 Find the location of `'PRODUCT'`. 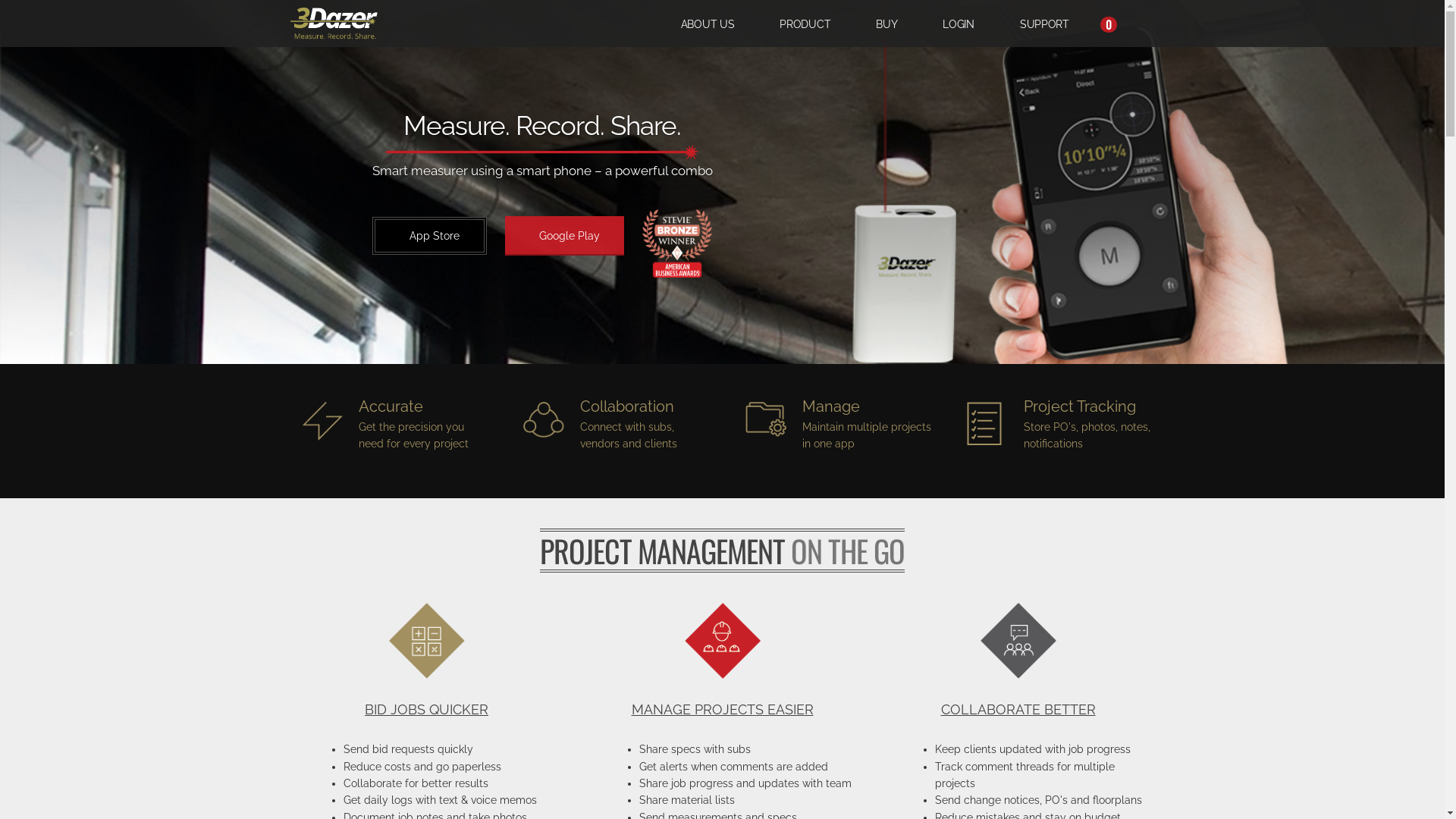

'PRODUCT' is located at coordinates (804, 23).